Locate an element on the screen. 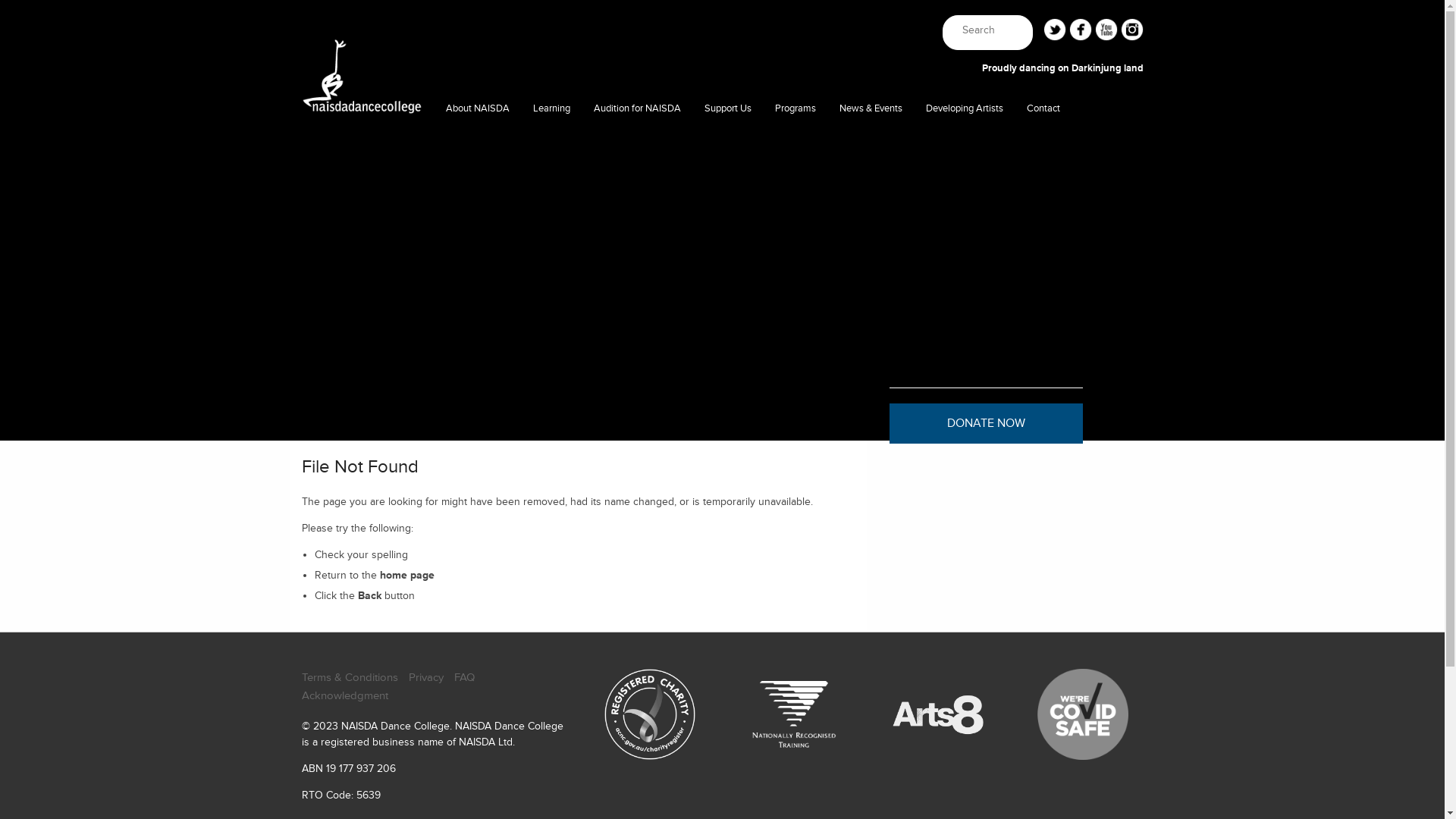 The height and width of the screenshot is (819, 1456). 'Instagram' is located at coordinates (1121, 29).